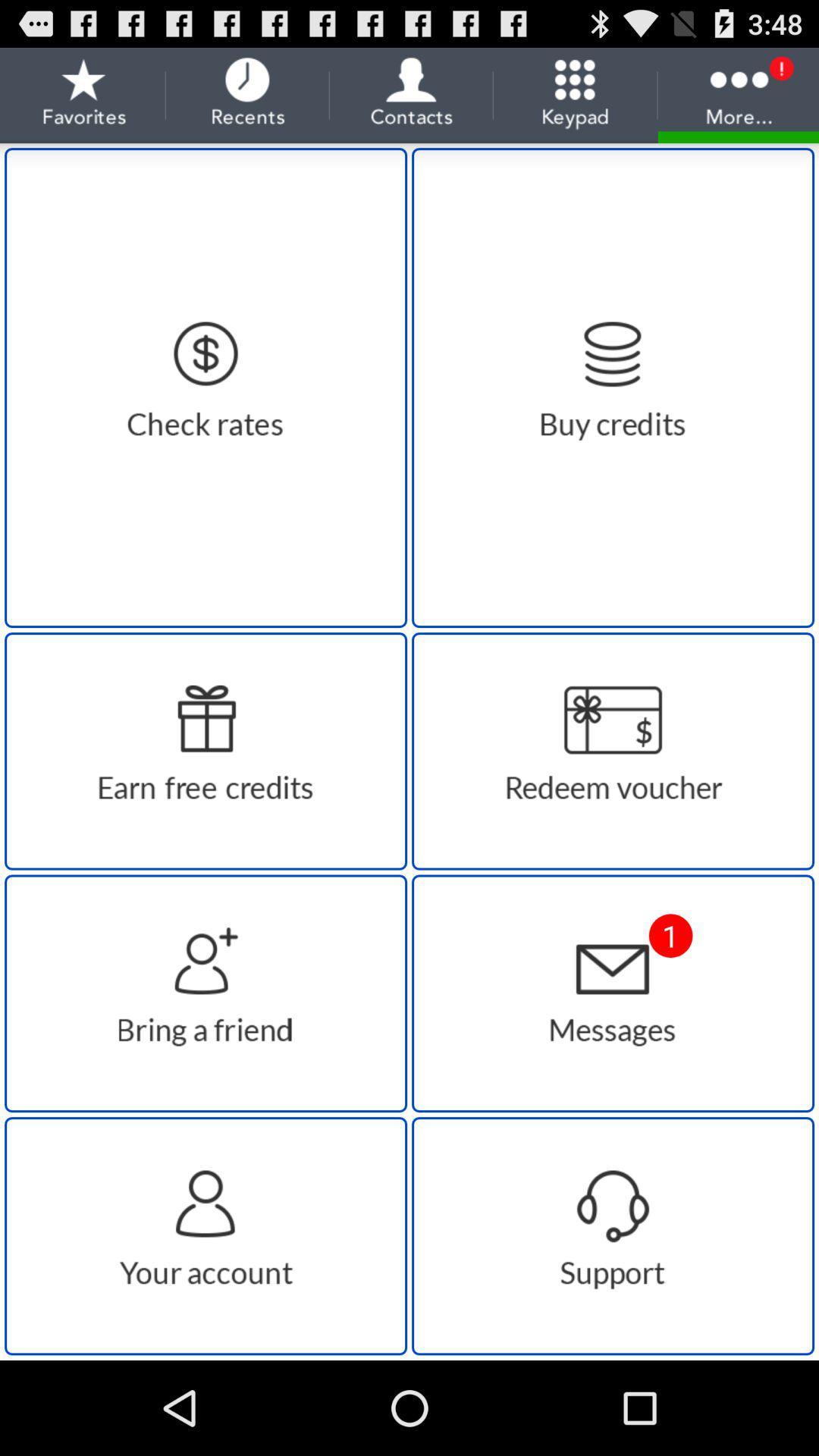 The image size is (819, 1456). Describe the element at coordinates (206, 751) in the screenshot. I see `earn free credits app` at that location.